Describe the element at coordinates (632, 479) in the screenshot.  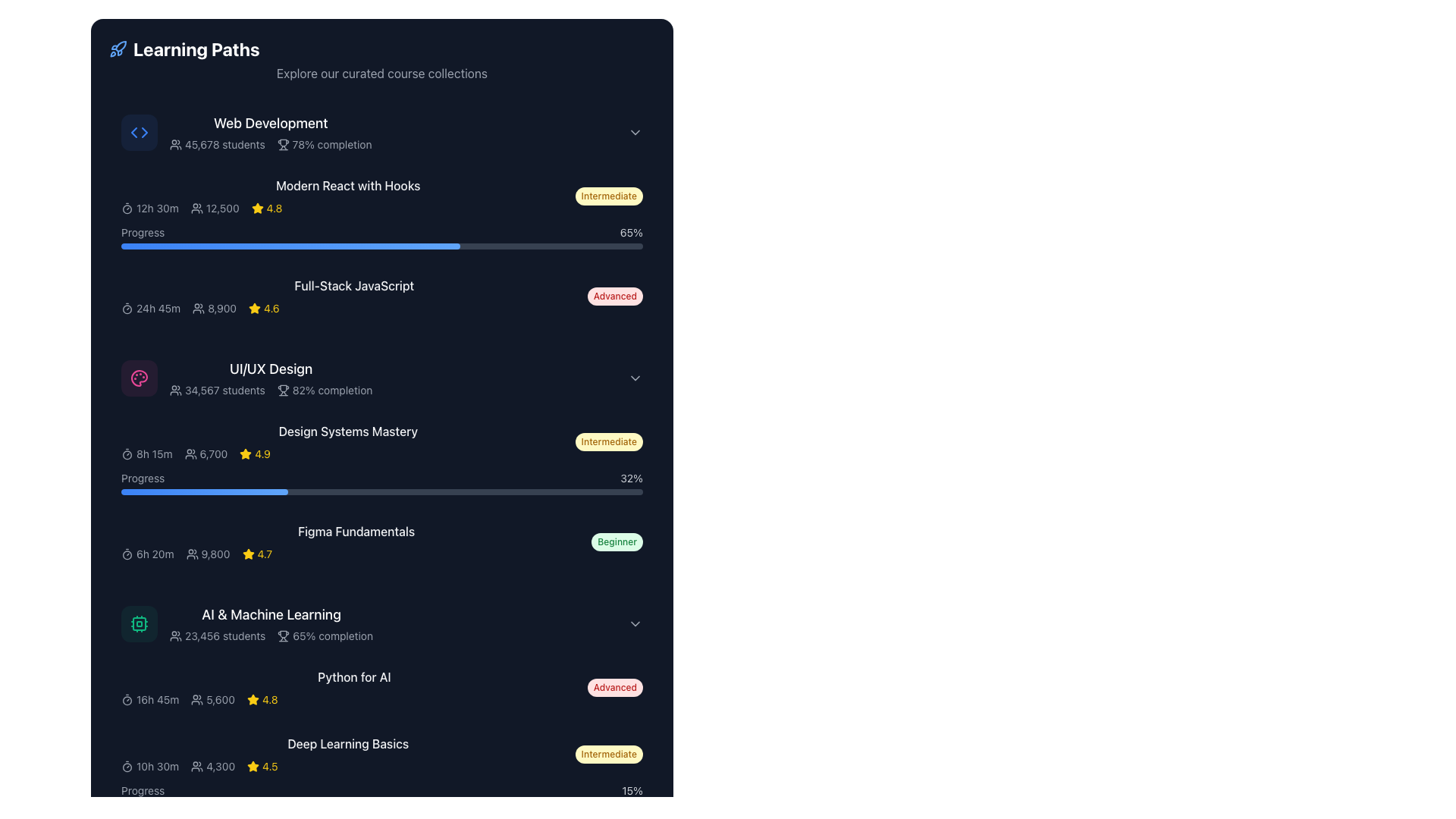
I see `displayed percentage from the text label located at the far right of the progress indicator bar in the 'Progress' section of the 'Design Systems Mastery' card` at that location.